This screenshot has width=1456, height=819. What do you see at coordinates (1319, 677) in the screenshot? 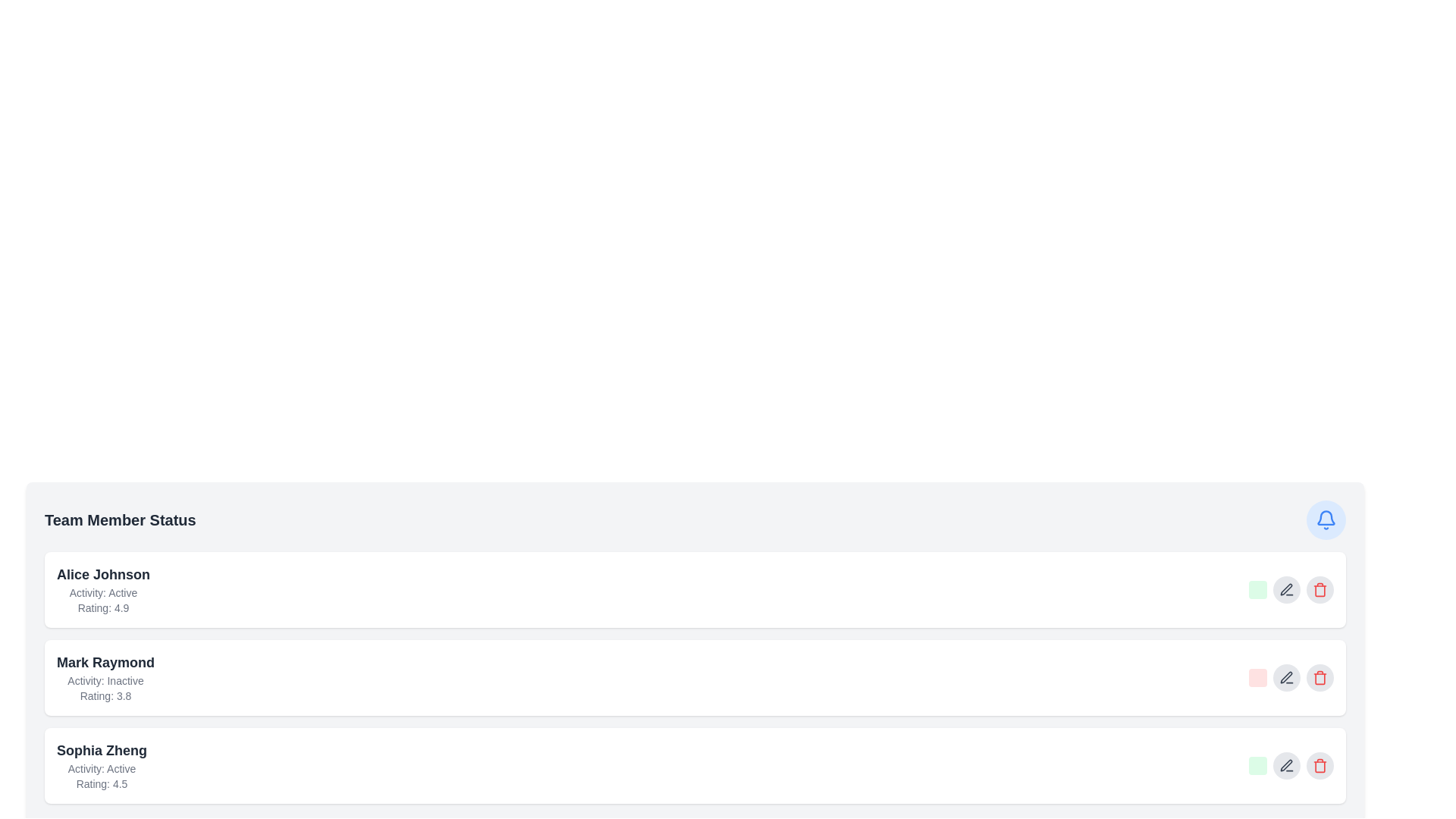
I see `the delete button located on the right side of the row displaying 'Mark Raymond', which is the third interactive element after the pen icon button` at bounding box center [1319, 677].